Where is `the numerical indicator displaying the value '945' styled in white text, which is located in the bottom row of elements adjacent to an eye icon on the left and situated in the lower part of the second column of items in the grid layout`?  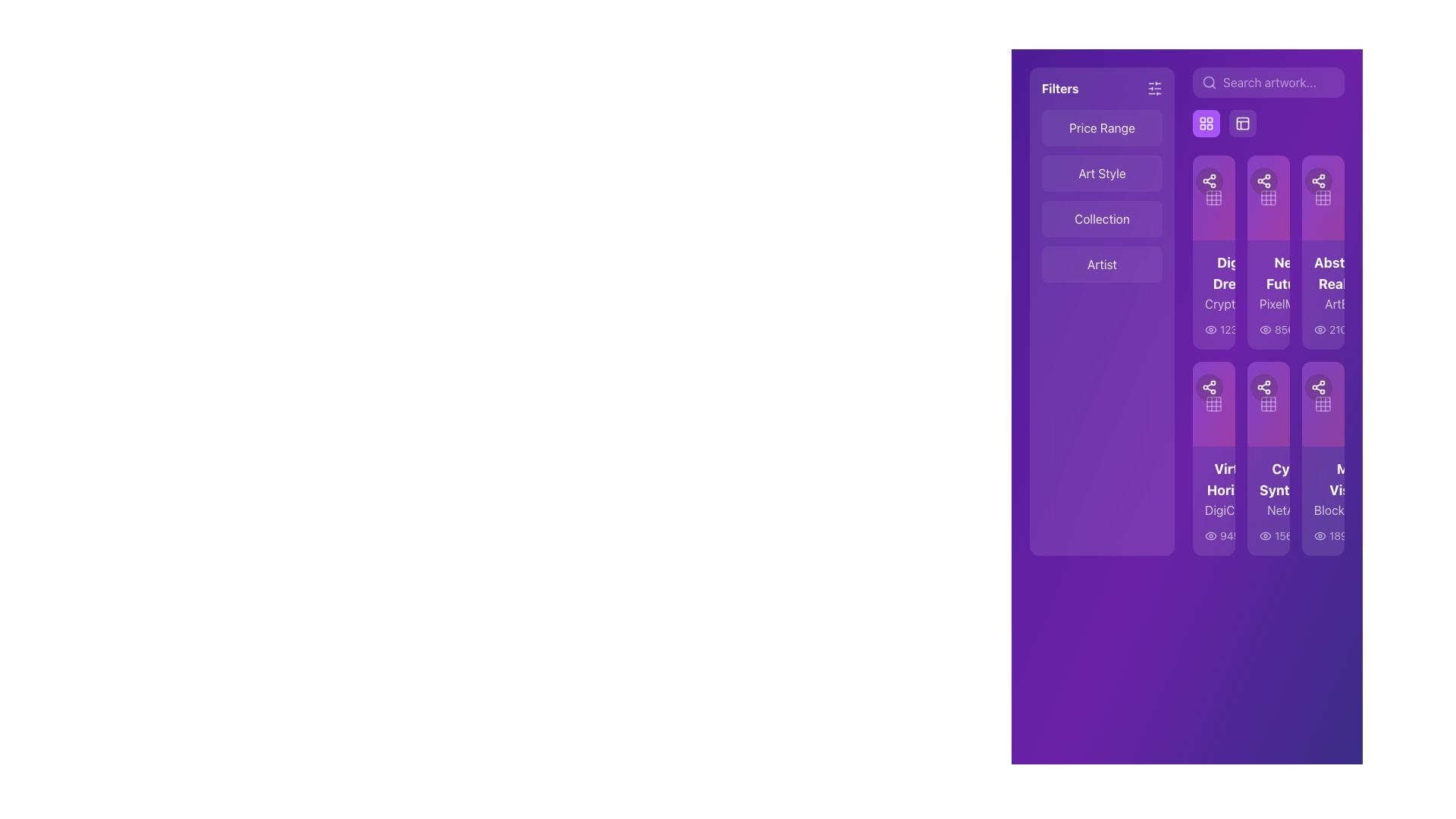 the numerical indicator displaying the value '945' styled in white text, which is located in the bottom row of elements adjacent to an eye icon on the left and situated in the lower part of the second column of items in the grid layout is located at coordinates (1222, 535).